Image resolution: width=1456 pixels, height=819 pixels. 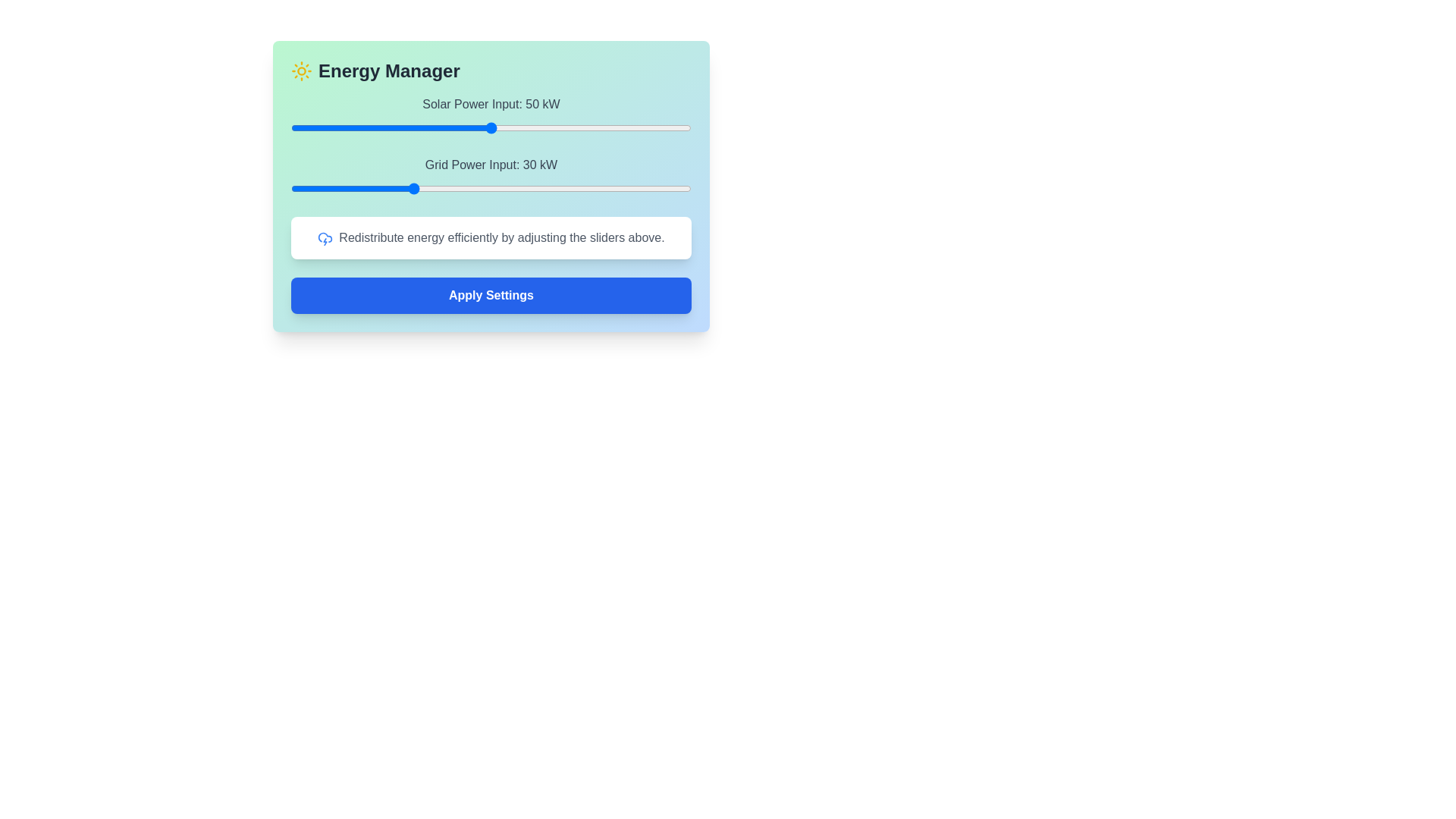 I want to click on the Solar Power Input slider to 67 kW, so click(x=558, y=127).